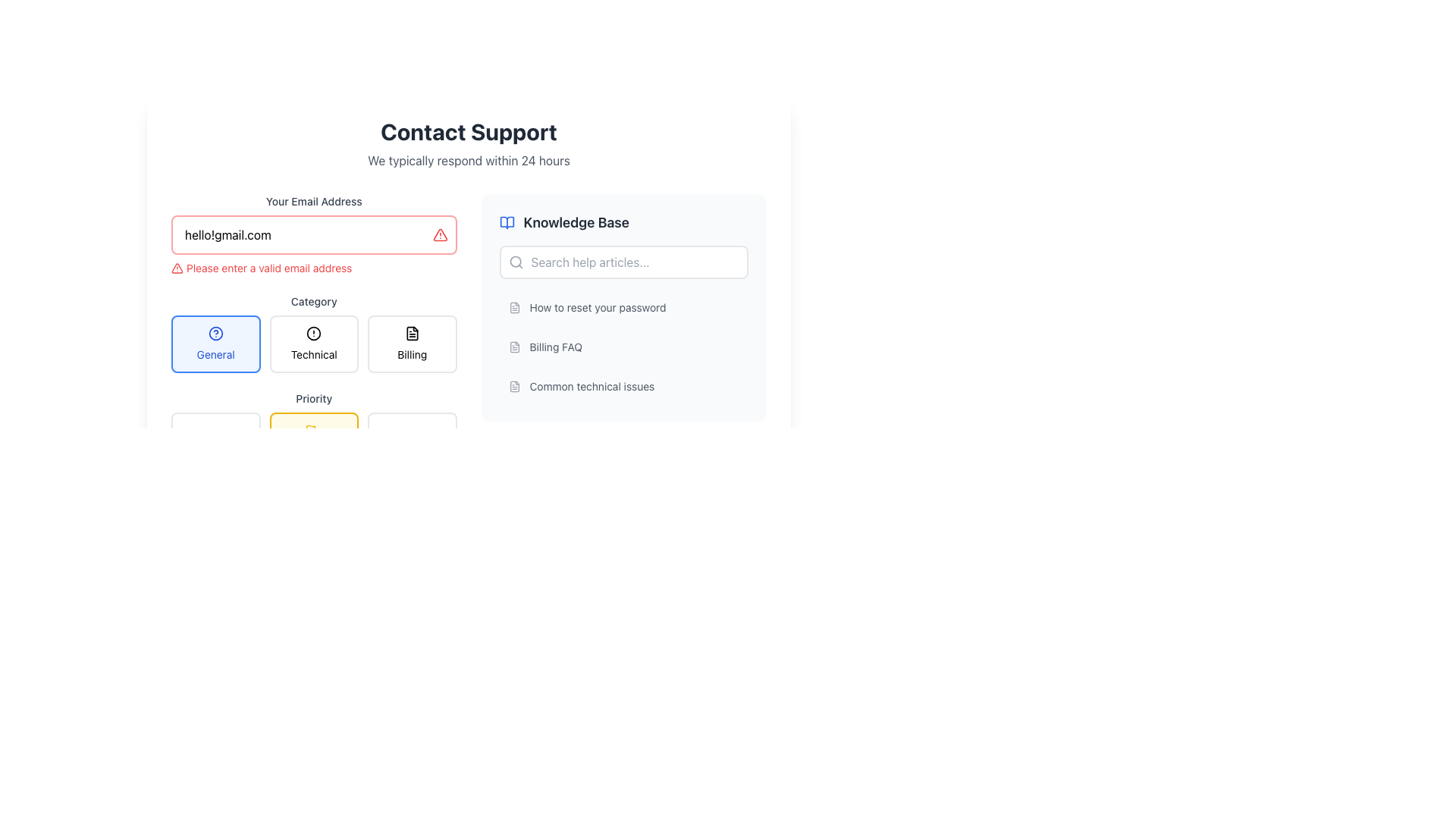 The height and width of the screenshot is (819, 1456). What do you see at coordinates (215, 332) in the screenshot?
I see `the circular icon within the 'General' button in the 'Category' section of the selection interface` at bounding box center [215, 332].